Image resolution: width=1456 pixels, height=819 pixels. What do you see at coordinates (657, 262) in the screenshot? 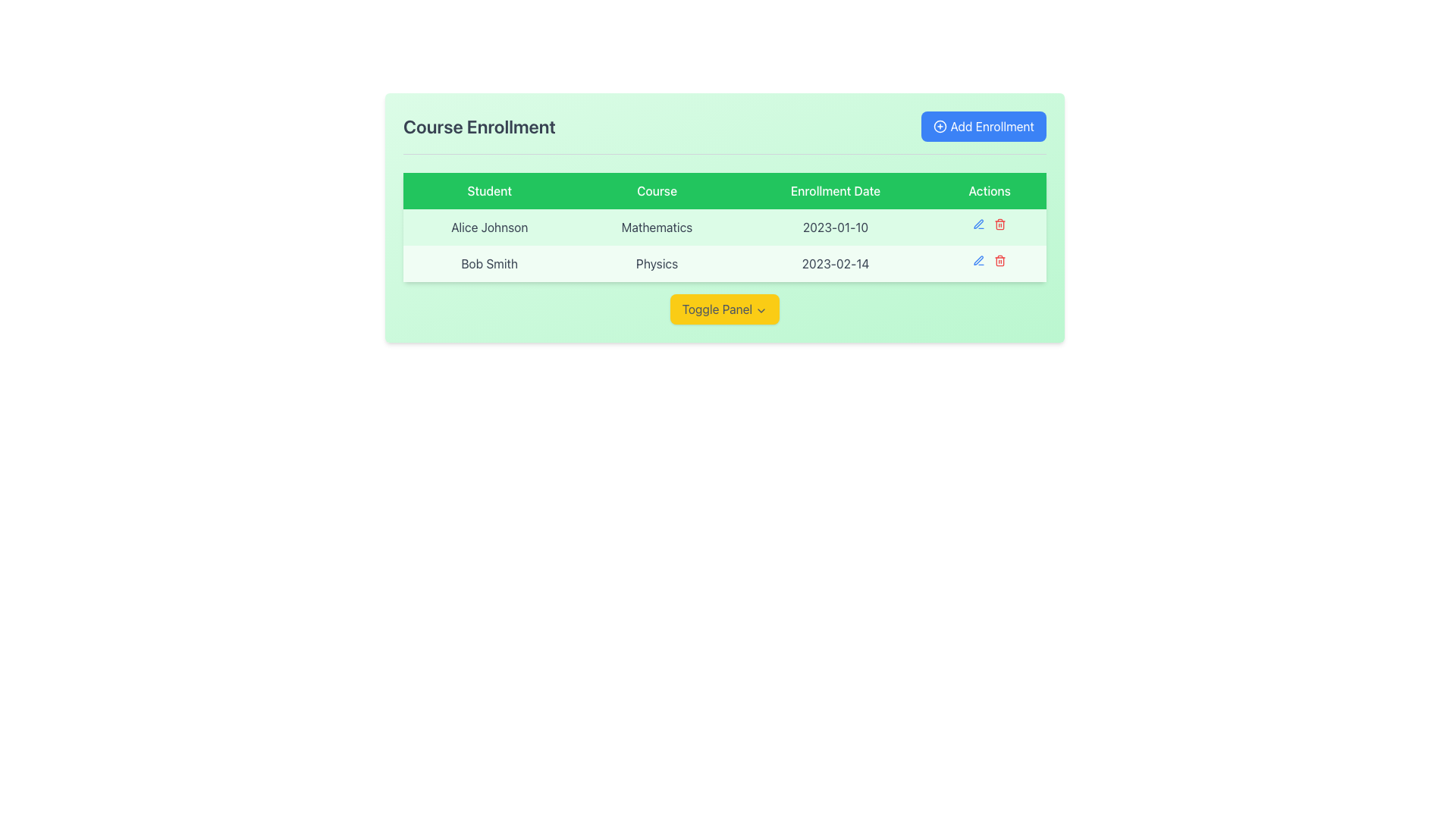
I see `the text label representing the name of a course associated with a student, located in the second row under the 'Course' column of the enrollment table` at bounding box center [657, 262].